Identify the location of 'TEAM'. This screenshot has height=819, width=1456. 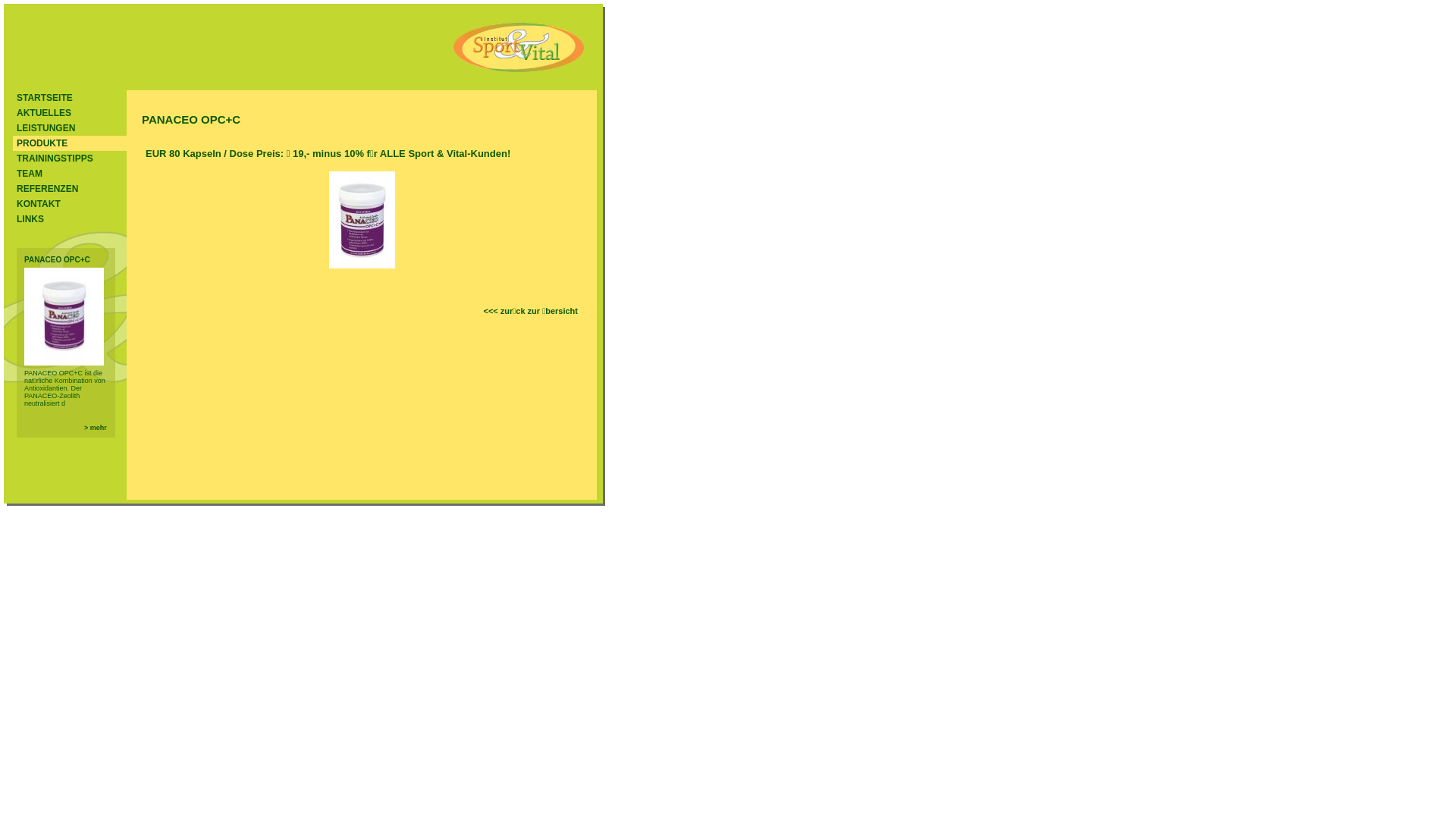
(13, 172).